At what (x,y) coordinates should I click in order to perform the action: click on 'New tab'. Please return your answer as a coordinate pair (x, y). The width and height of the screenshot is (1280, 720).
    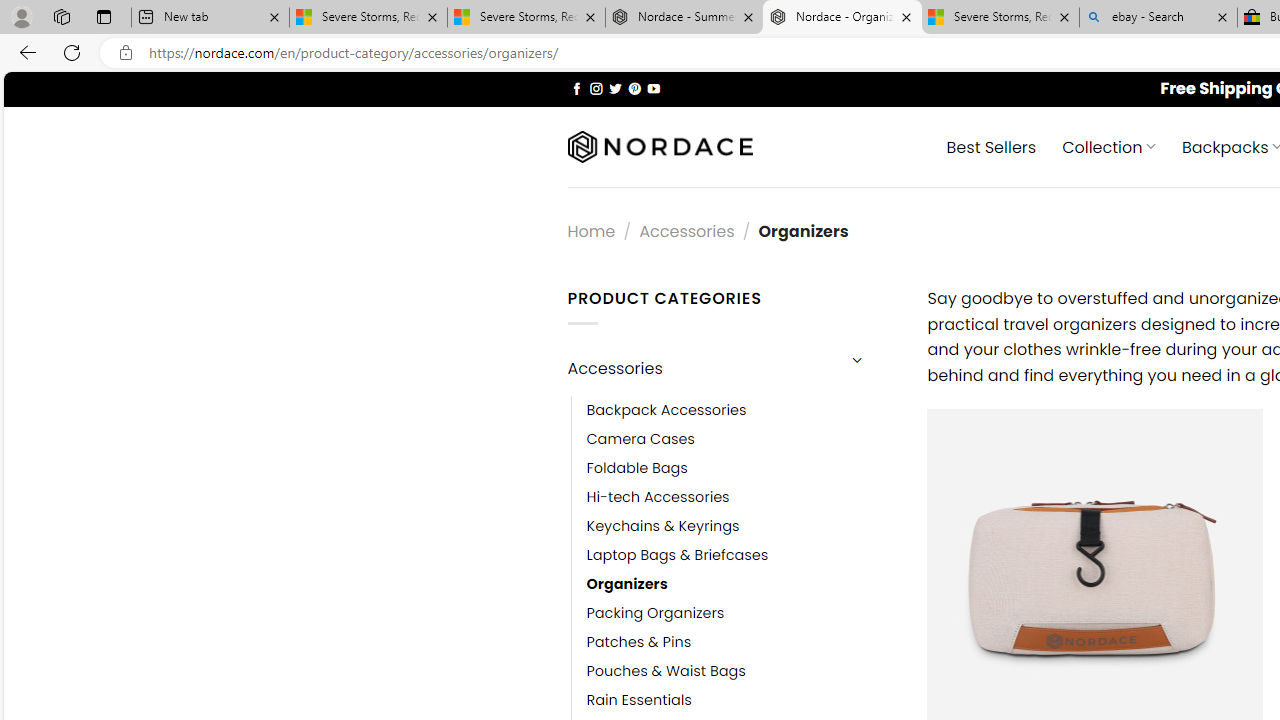
    Looking at the image, I should click on (210, 17).